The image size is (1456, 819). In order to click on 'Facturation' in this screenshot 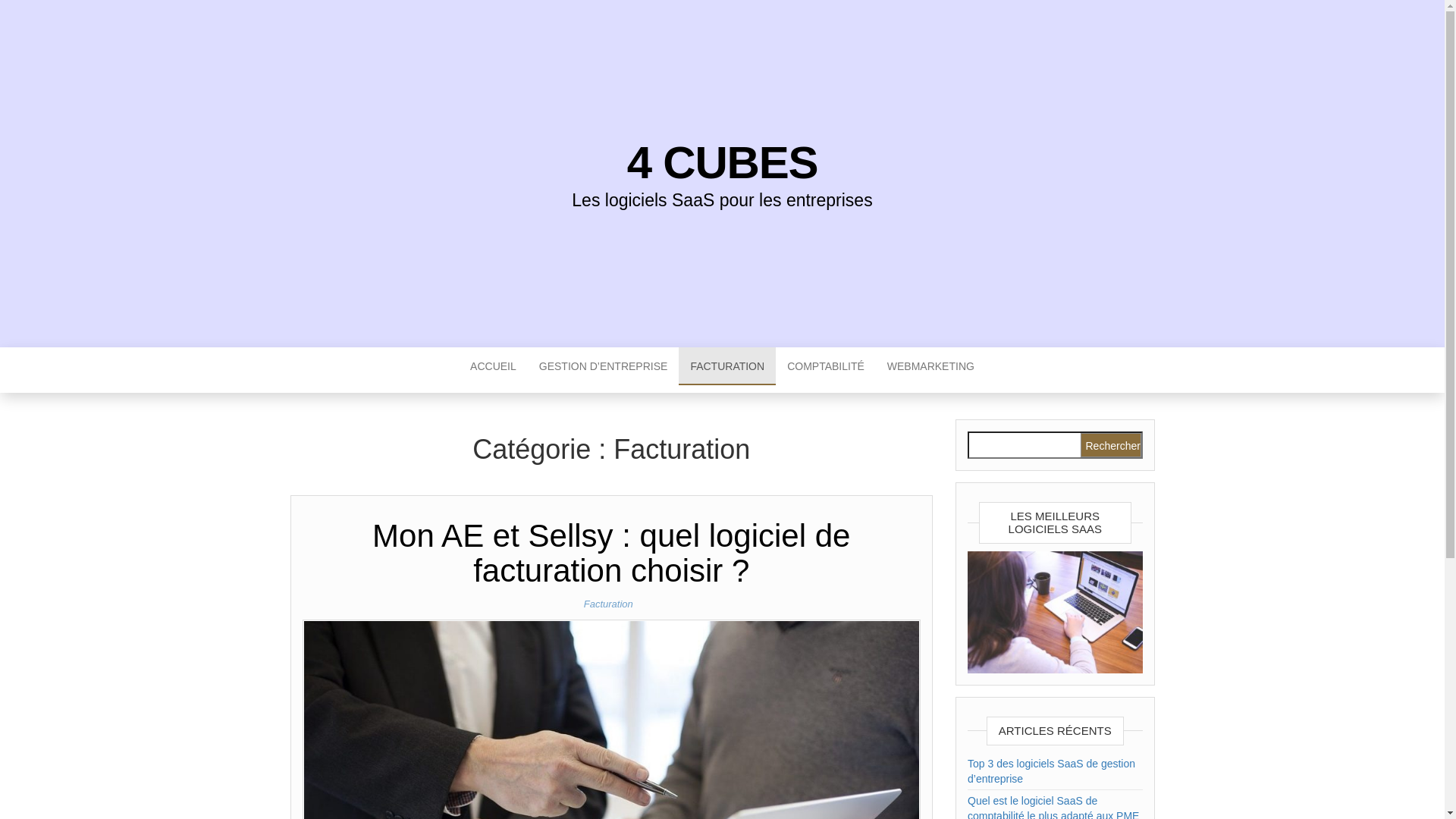, I will do `click(582, 603)`.